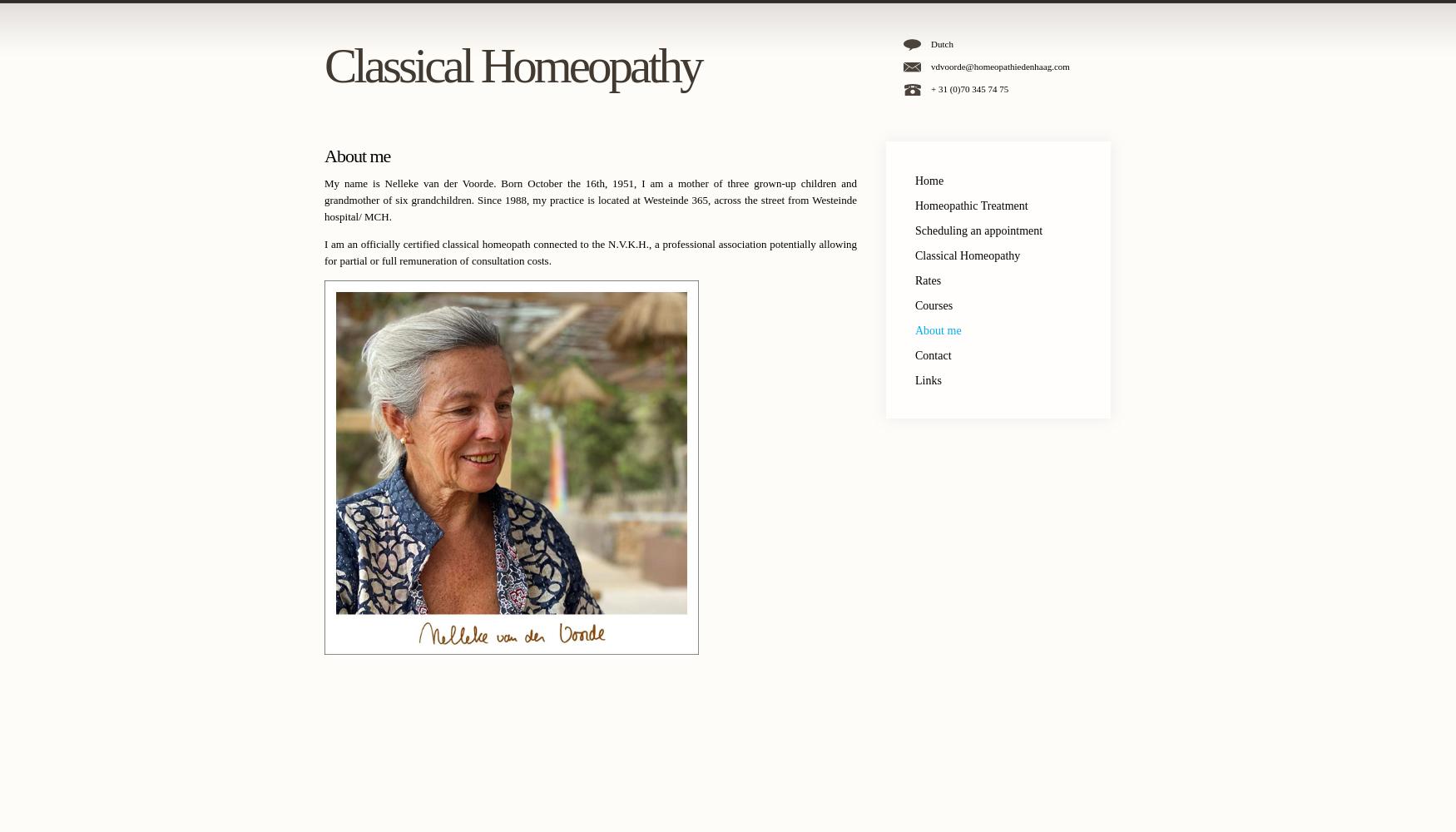 The image size is (1456, 832). I want to click on 'Scheduling an appointment', so click(978, 230).